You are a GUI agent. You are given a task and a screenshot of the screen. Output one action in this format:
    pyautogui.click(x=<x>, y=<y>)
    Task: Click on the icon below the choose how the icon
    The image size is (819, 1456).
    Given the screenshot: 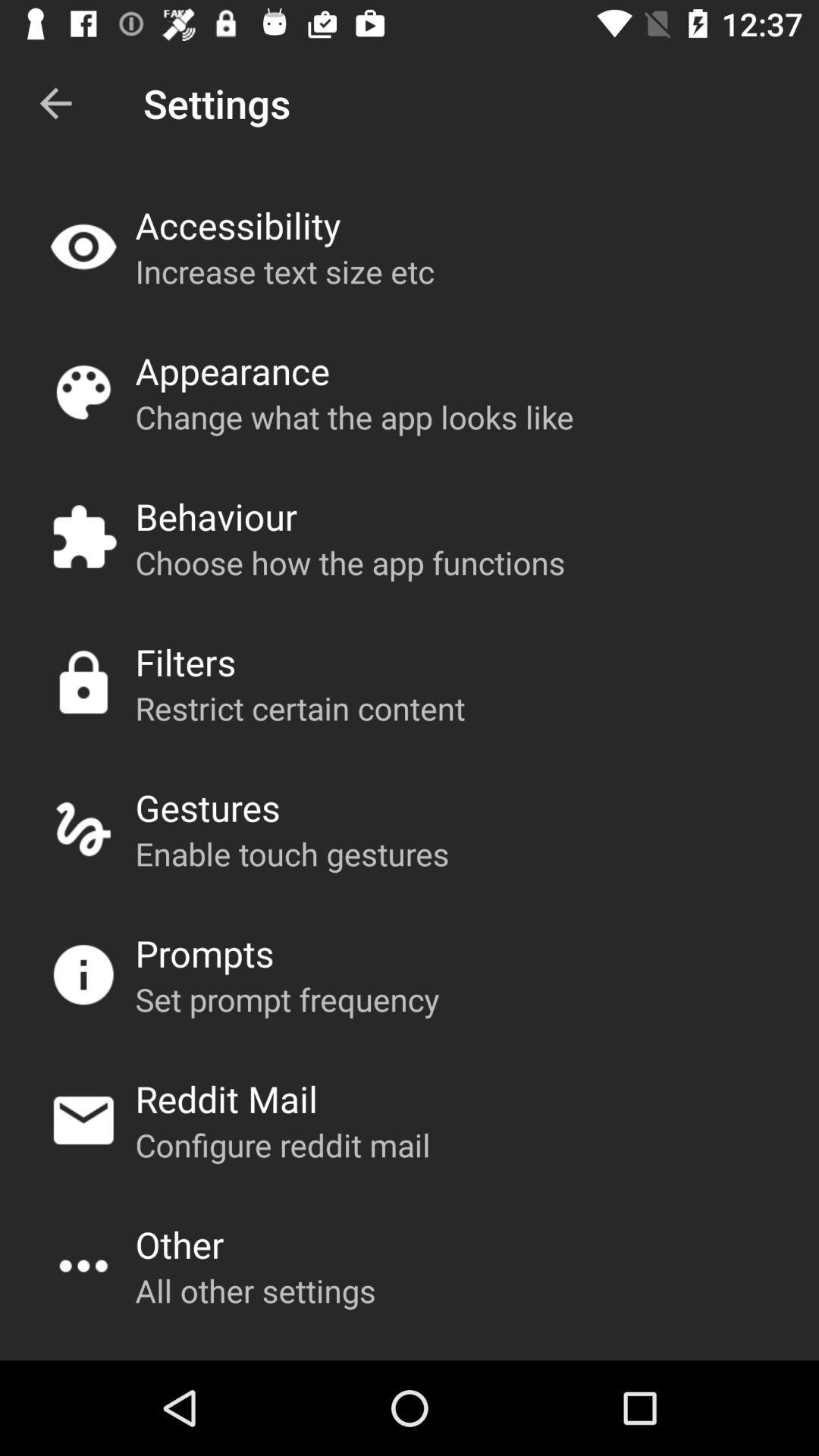 What is the action you would take?
    pyautogui.click(x=184, y=662)
    